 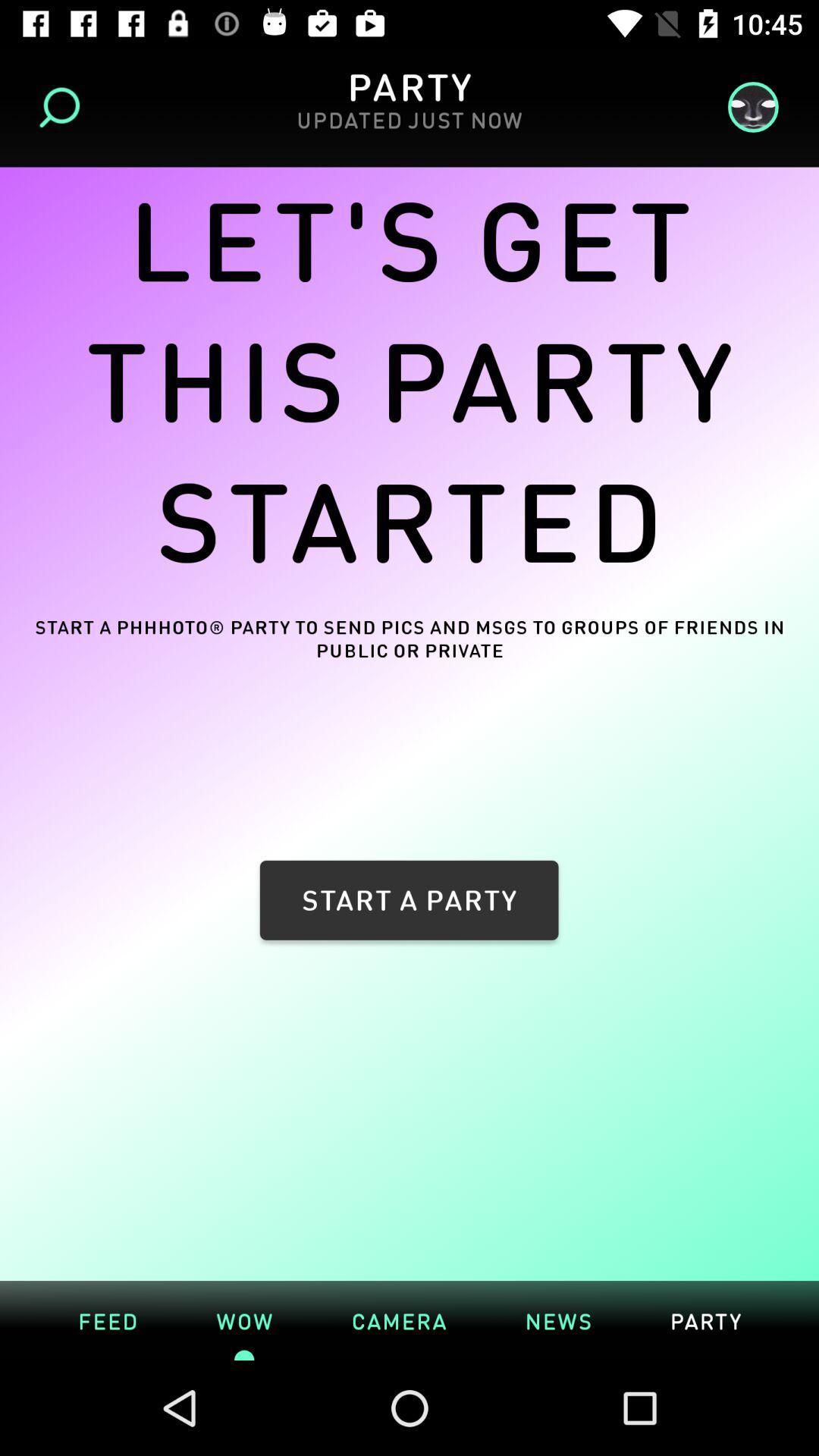 I want to click on item above let s get item, so click(x=64, y=106).